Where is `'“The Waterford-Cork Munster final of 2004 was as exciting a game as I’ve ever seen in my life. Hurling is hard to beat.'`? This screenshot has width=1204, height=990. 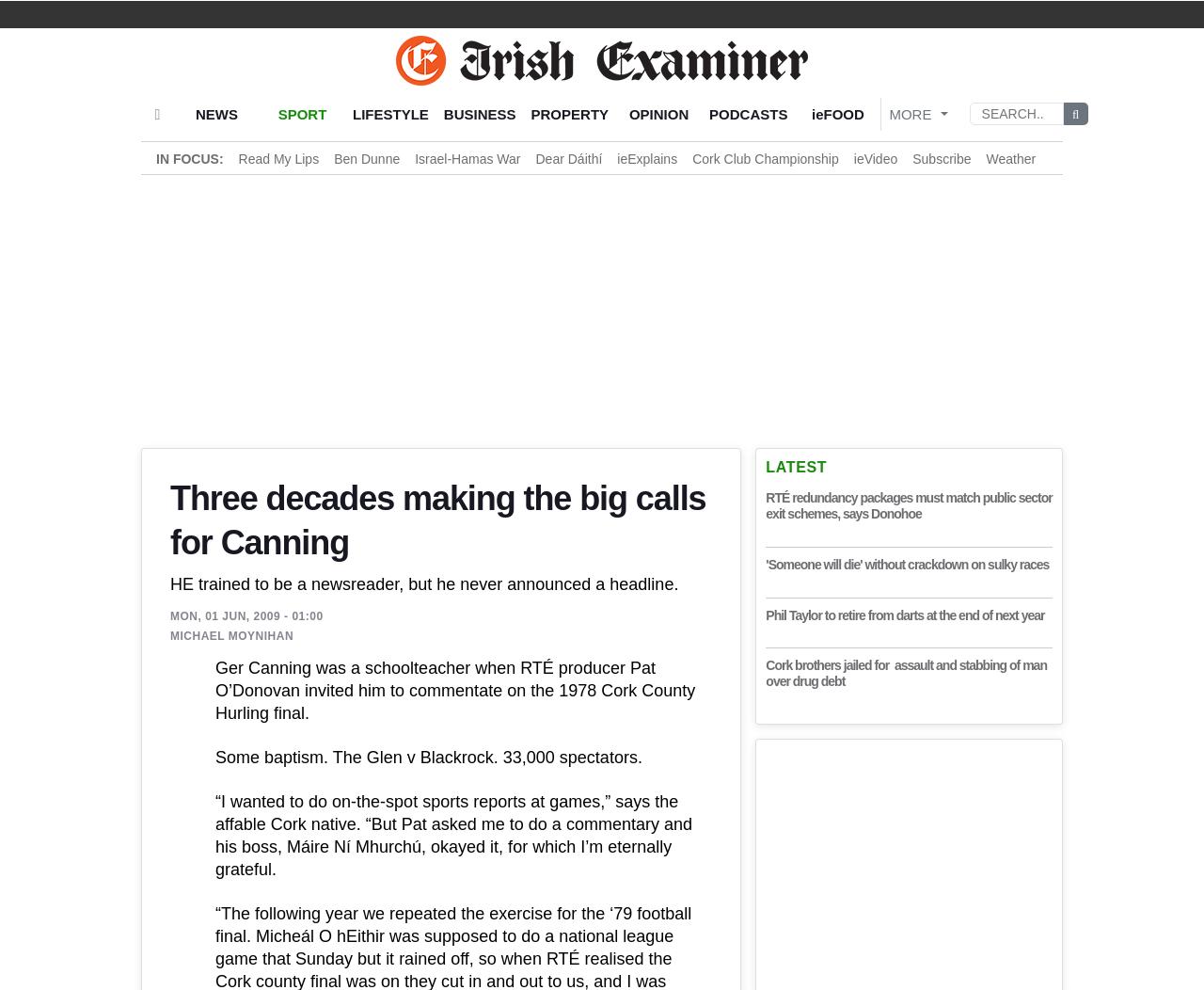
'“The Waterford-Cork Munster final of 2004 was as exciting a game as I’ve ever seen in my life. Hurling is hard to beat.' is located at coordinates (439, 532).